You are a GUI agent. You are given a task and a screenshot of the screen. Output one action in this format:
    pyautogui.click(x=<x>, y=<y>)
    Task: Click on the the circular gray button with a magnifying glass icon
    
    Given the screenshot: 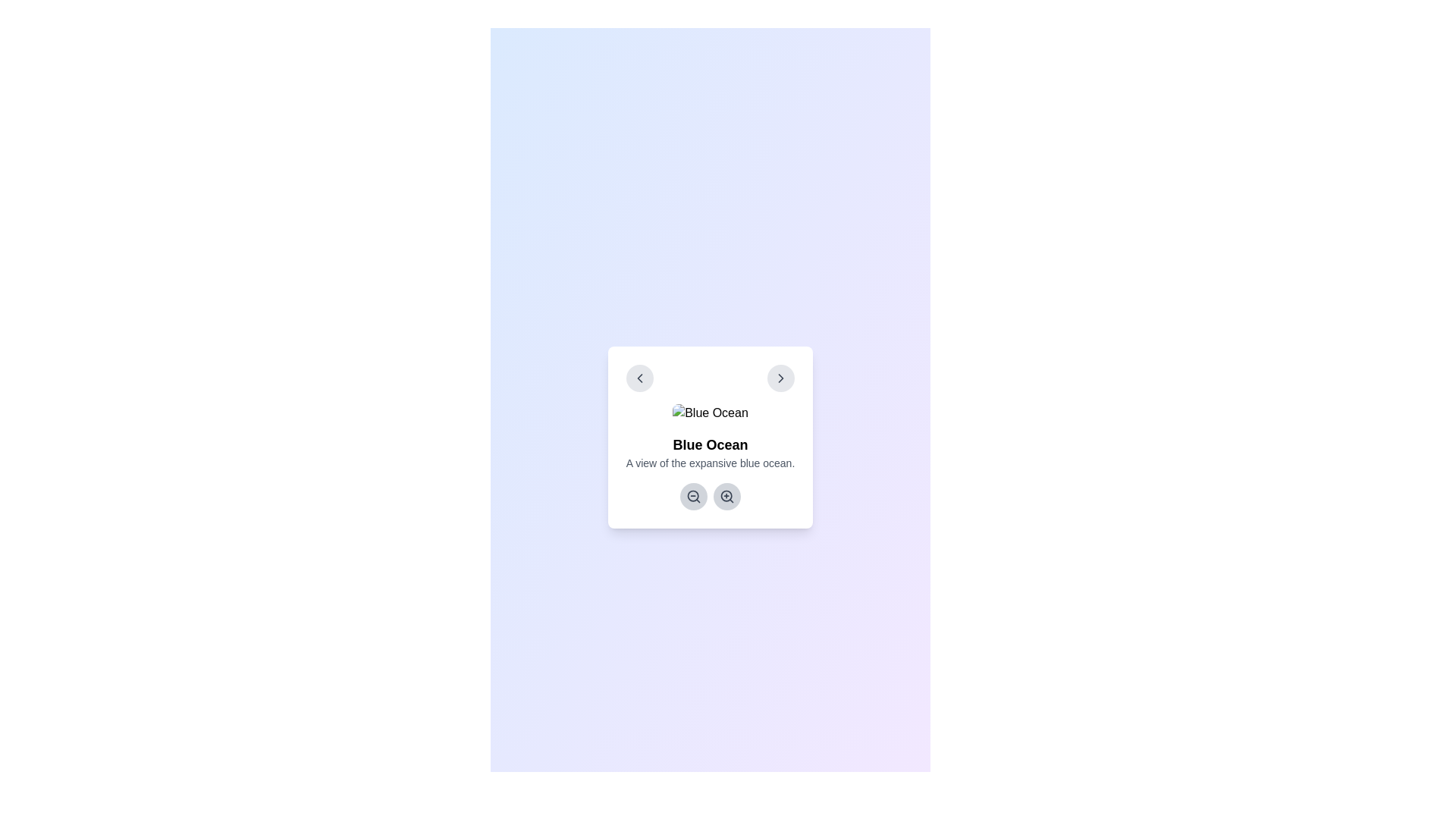 What is the action you would take?
    pyautogui.click(x=693, y=497)
    